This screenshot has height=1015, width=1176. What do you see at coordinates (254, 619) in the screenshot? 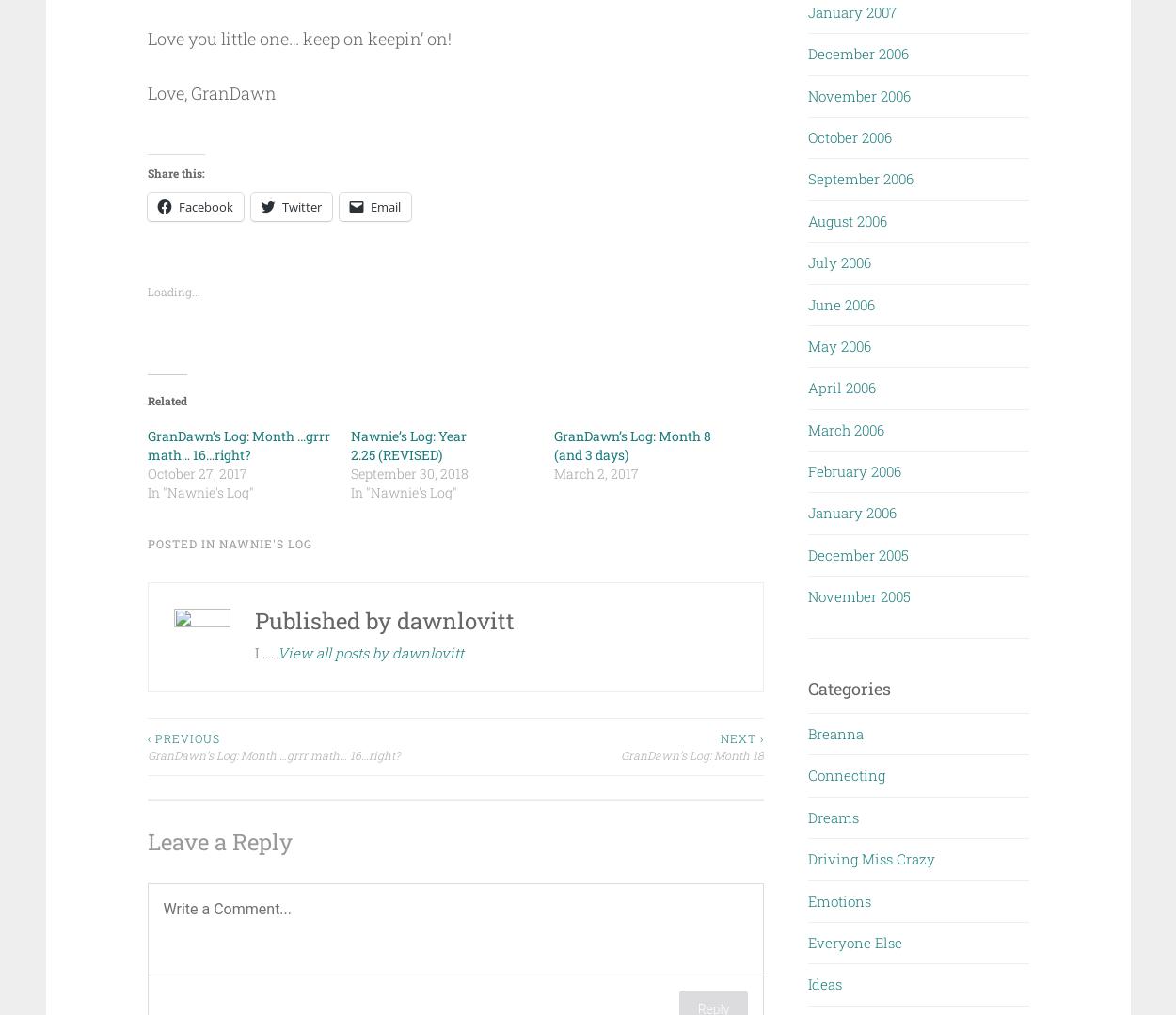
I see `'Published by'` at bounding box center [254, 619].